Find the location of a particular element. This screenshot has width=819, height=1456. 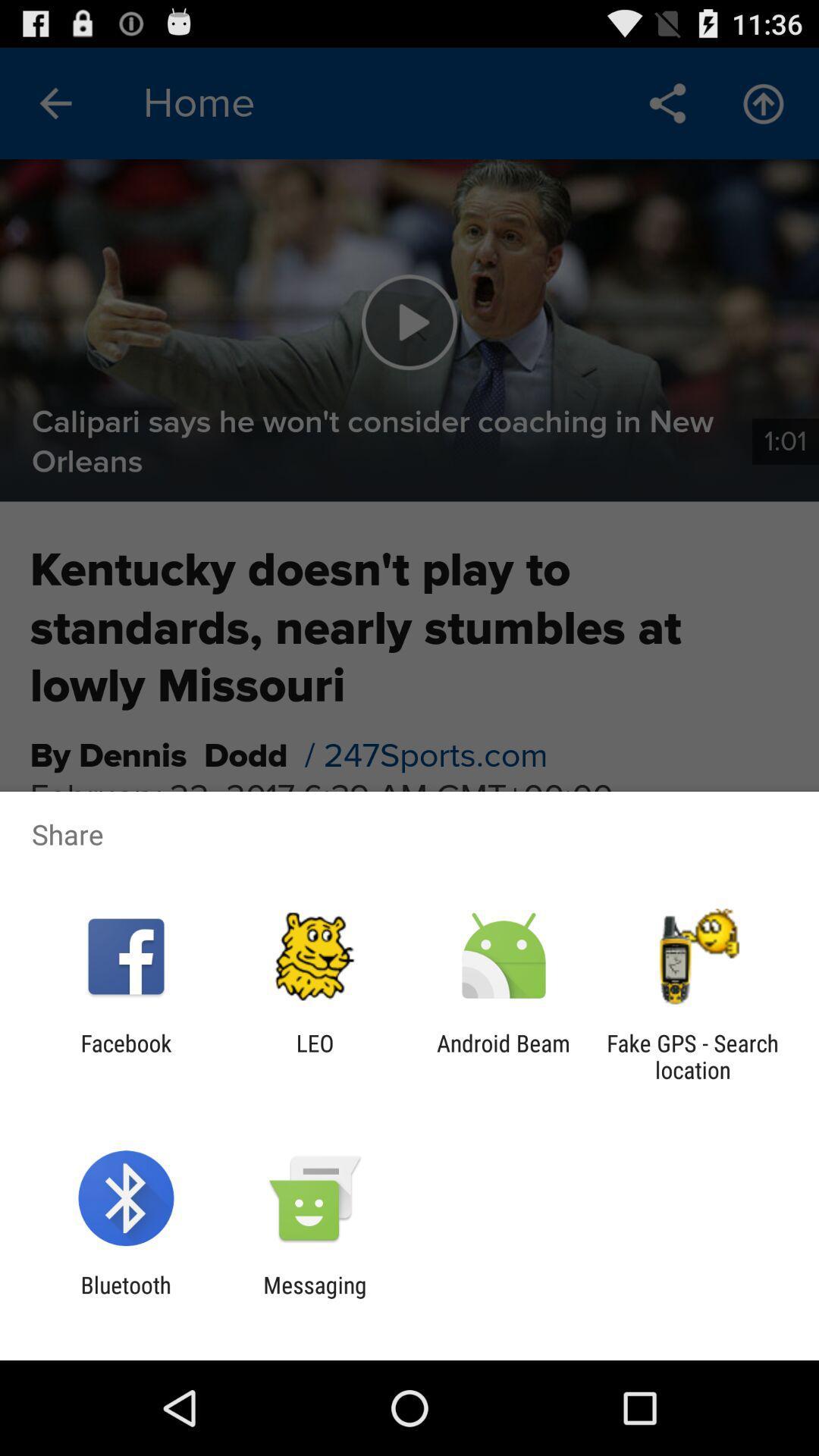

facebook item is located at coordinates (125, 1056).